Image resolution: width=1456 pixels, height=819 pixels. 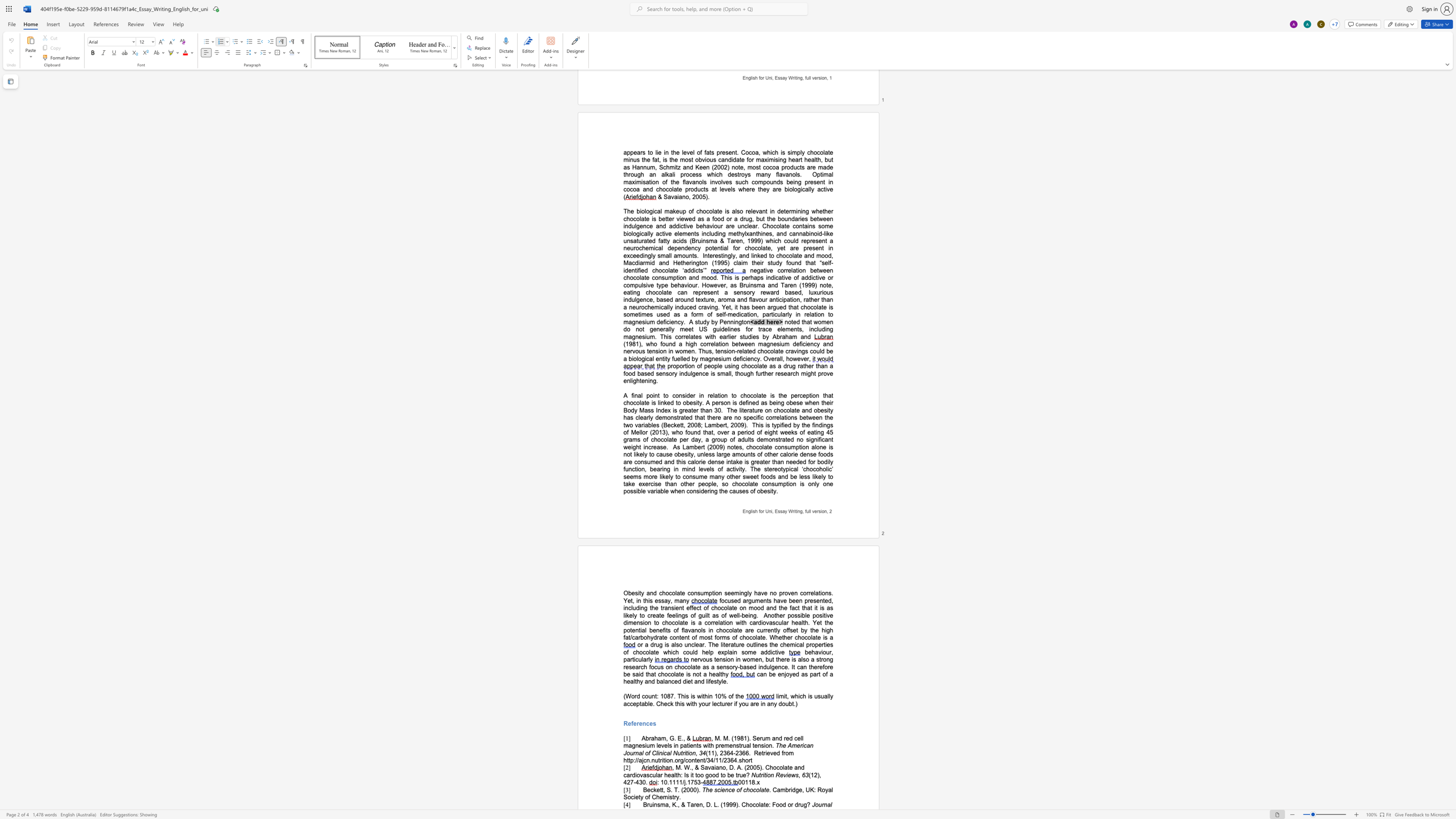 I want to click on the space between the continuous character "2" and ")" in the text, so click(x=817, y=774).